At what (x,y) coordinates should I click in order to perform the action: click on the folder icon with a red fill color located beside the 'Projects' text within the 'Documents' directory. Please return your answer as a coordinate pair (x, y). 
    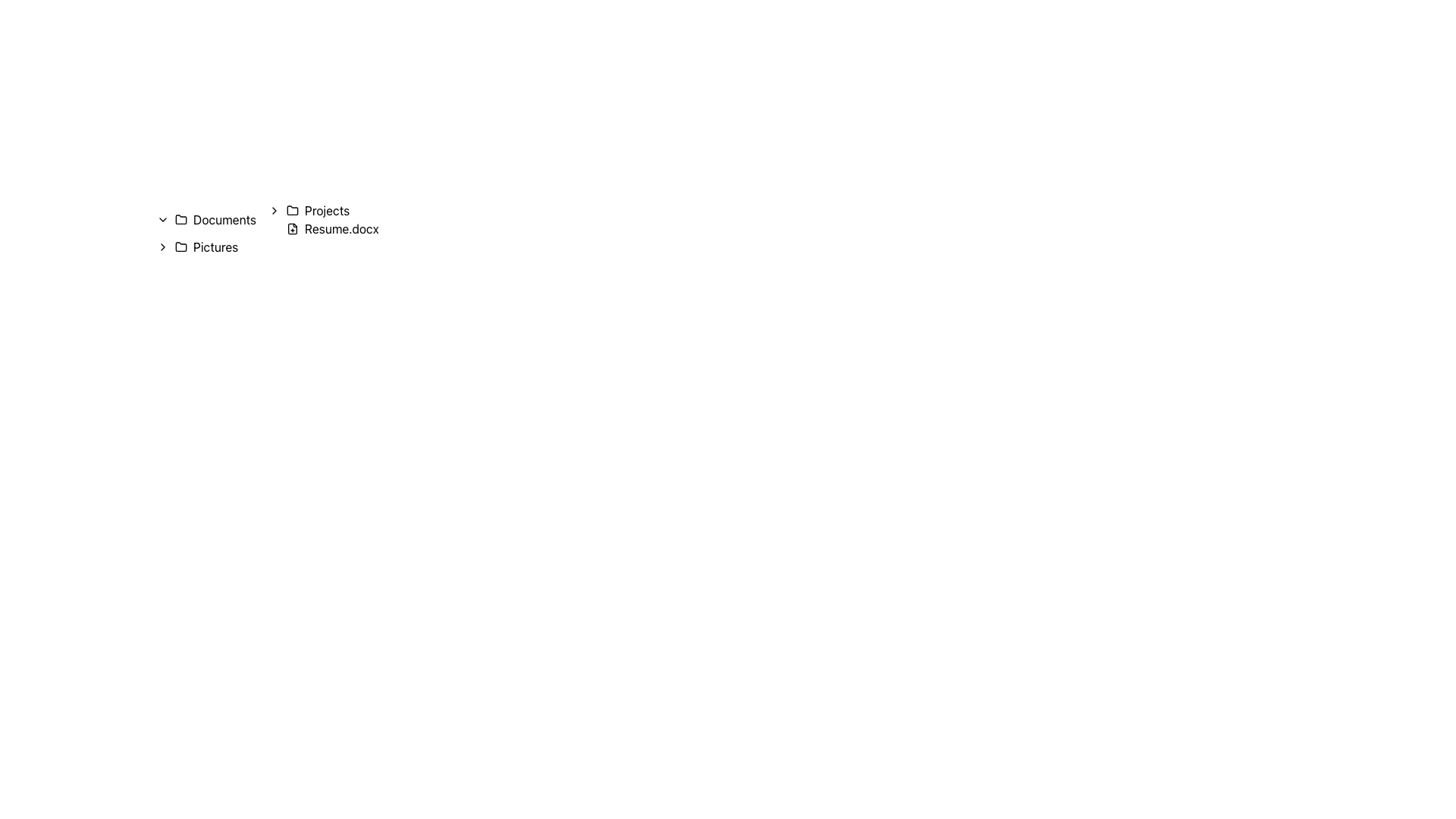
    Looking at the image, I should click on (292, 210).